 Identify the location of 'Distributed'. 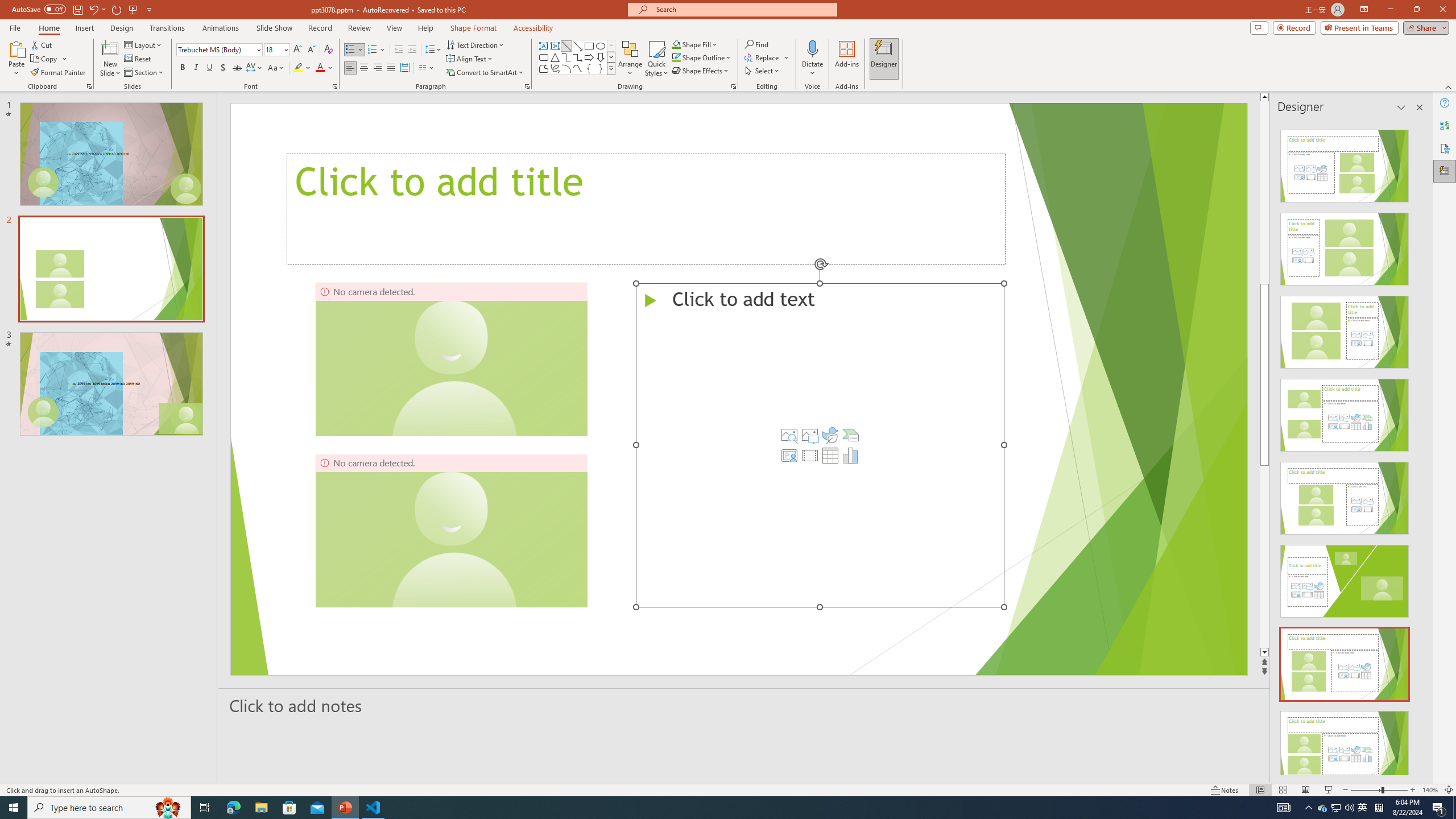
(404, 67).